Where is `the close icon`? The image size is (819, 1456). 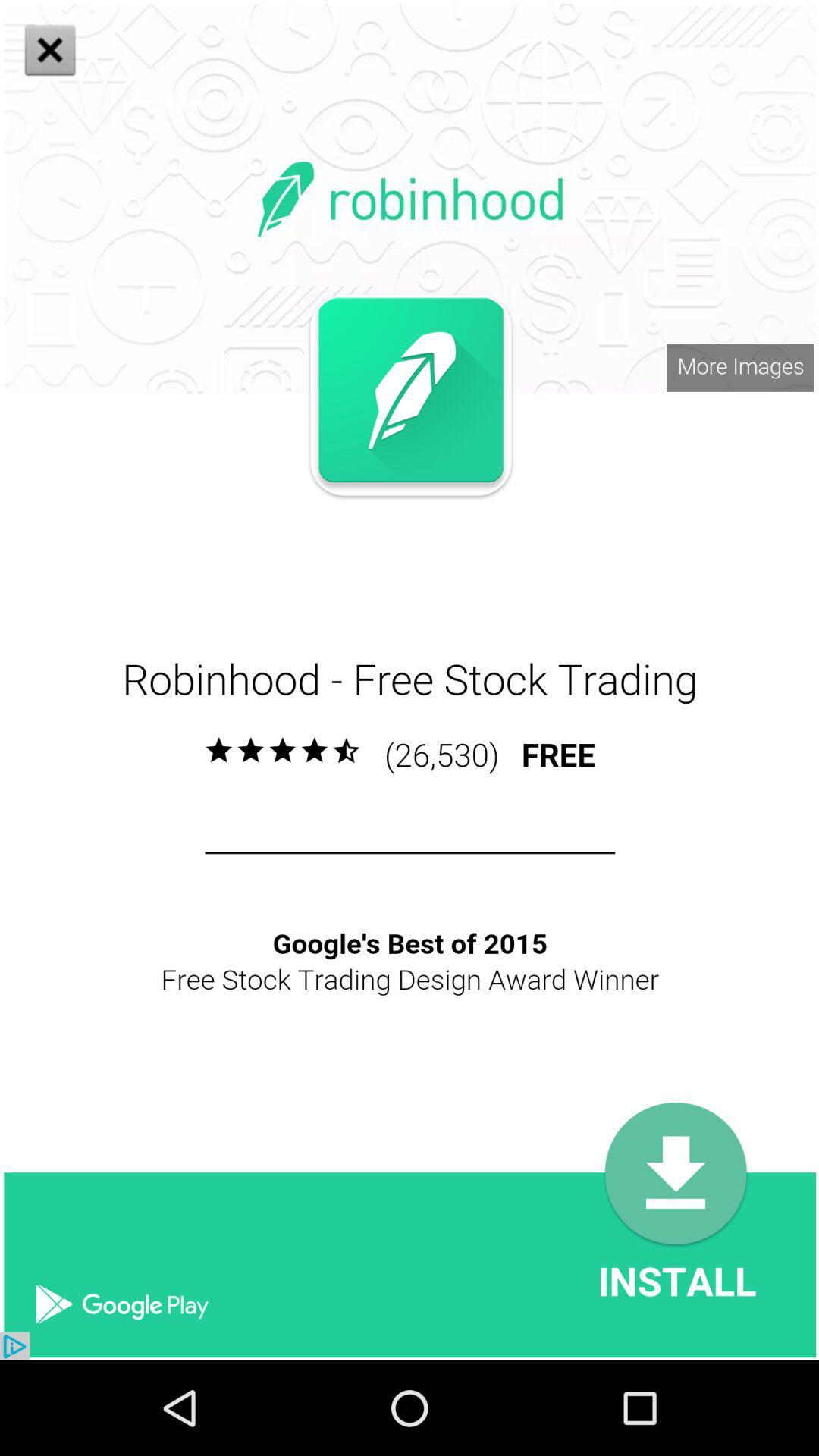 the close icon is located at coordinates (49, 53).